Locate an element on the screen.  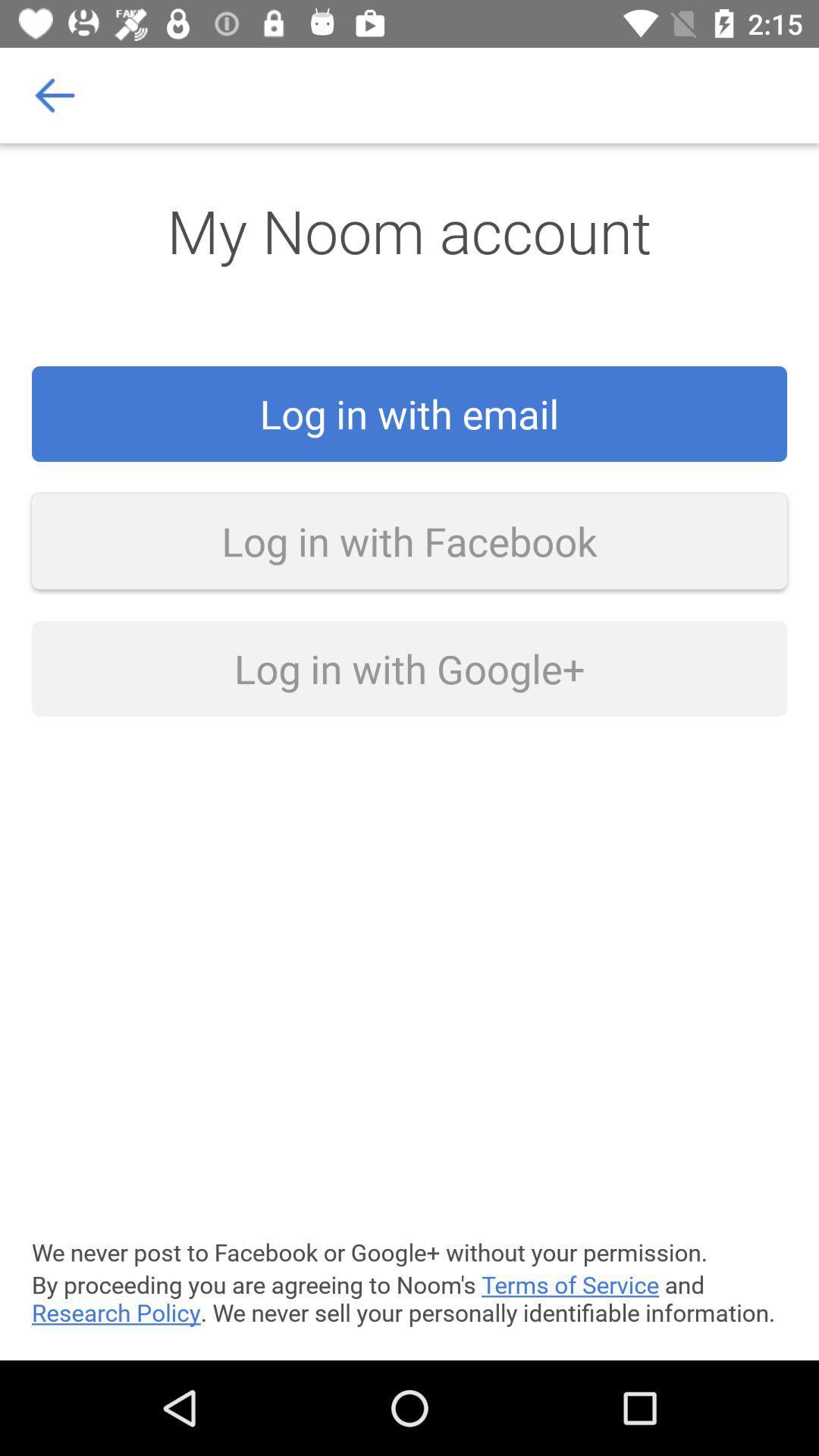
icon below the we never post is located at coordinates (409, 1298).